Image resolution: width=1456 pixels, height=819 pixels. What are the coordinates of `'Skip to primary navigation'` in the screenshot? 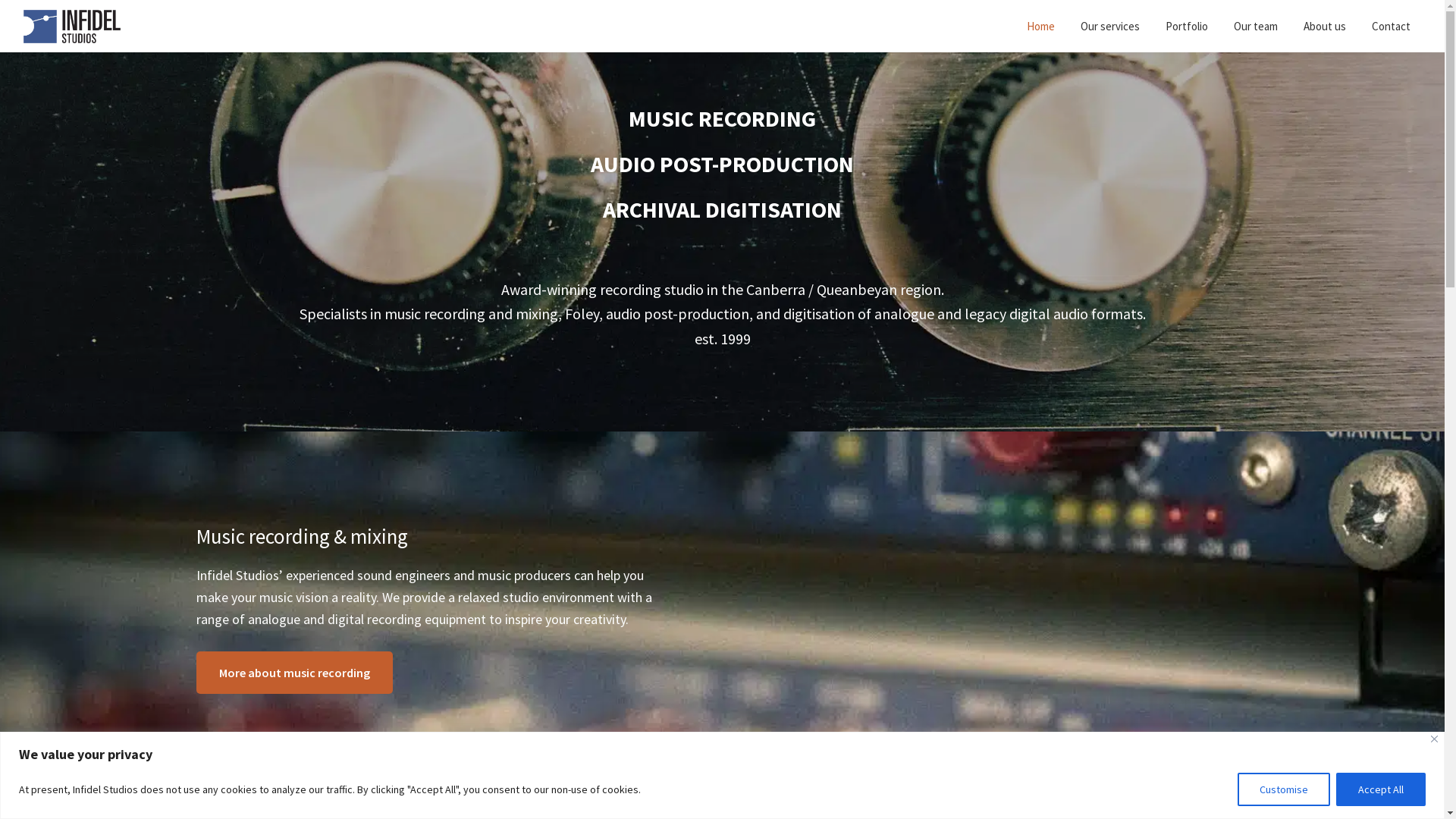 It's located at (0, 0).